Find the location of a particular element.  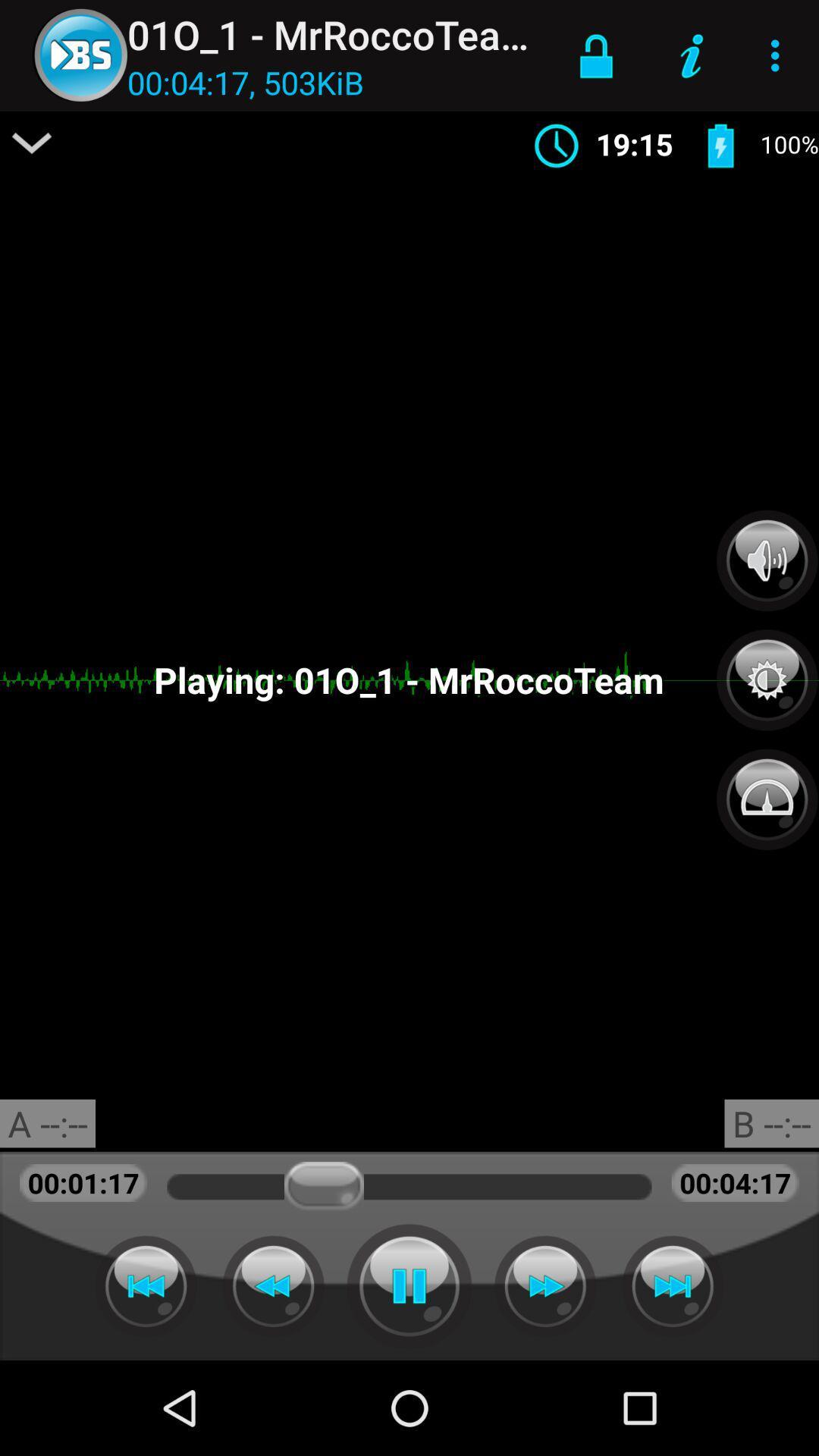

the av_rewind icon is located at coordinates (146, 1285).